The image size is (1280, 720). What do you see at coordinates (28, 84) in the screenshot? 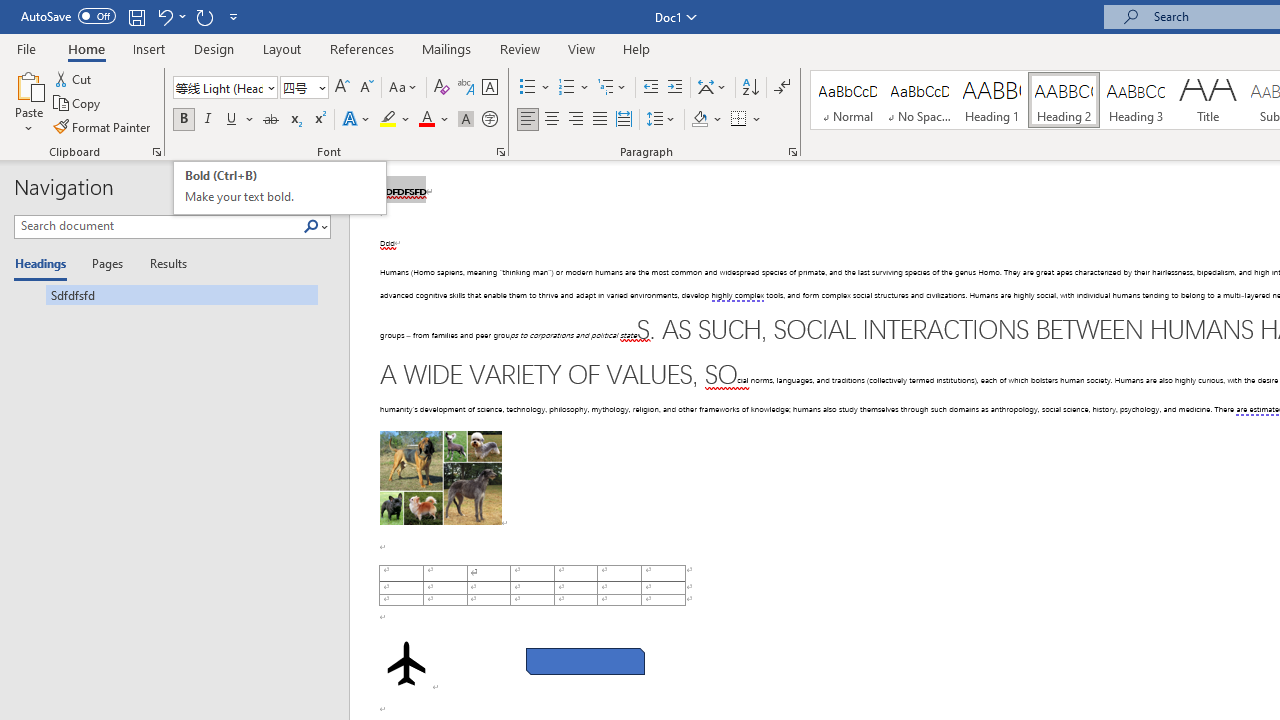
I see `'Paste'` at bounding box center [28, 84].